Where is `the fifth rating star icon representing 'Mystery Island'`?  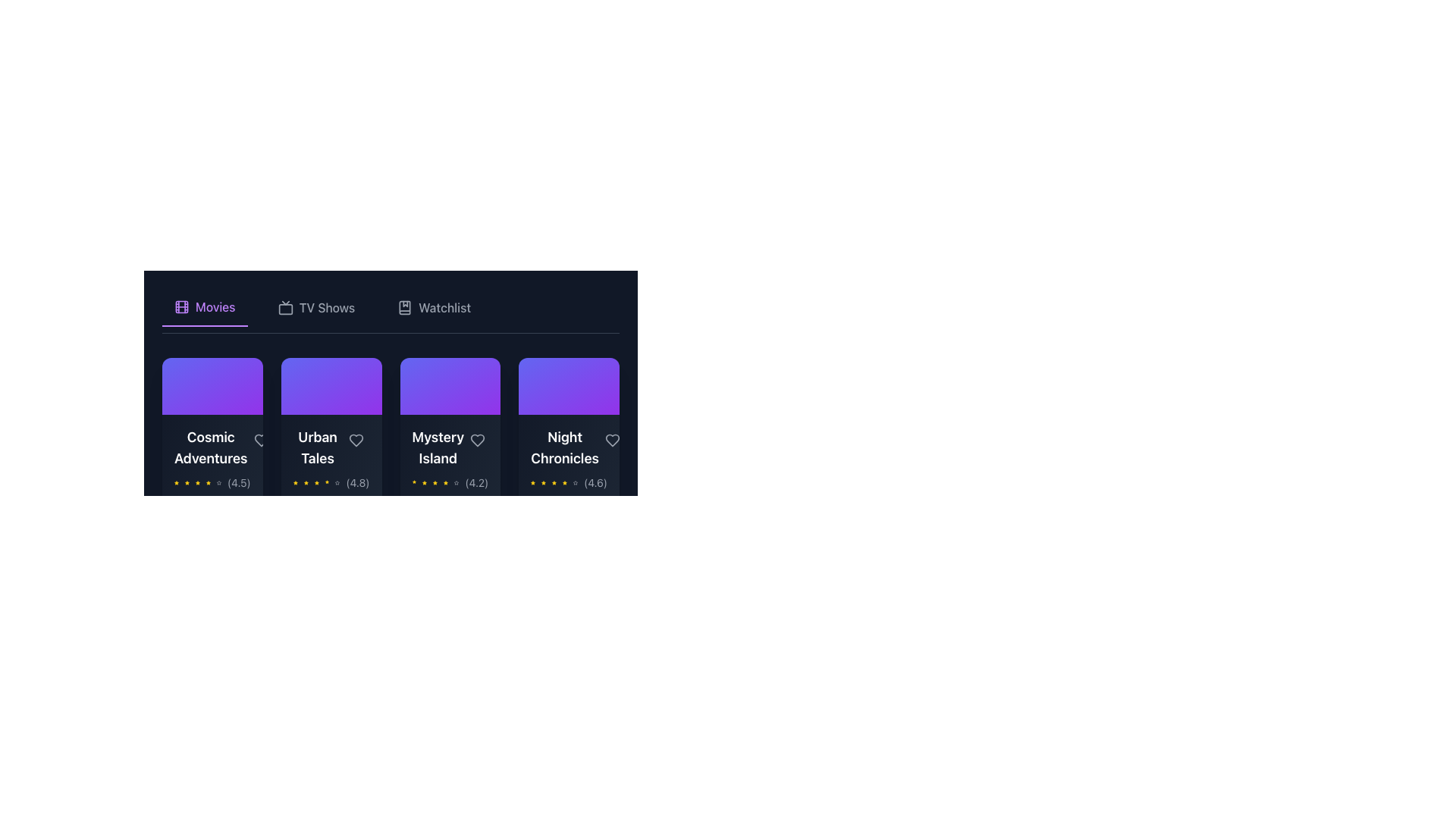
the fifth rating star icon representing 'Mystery Island' is located at coordinates (445, 482).